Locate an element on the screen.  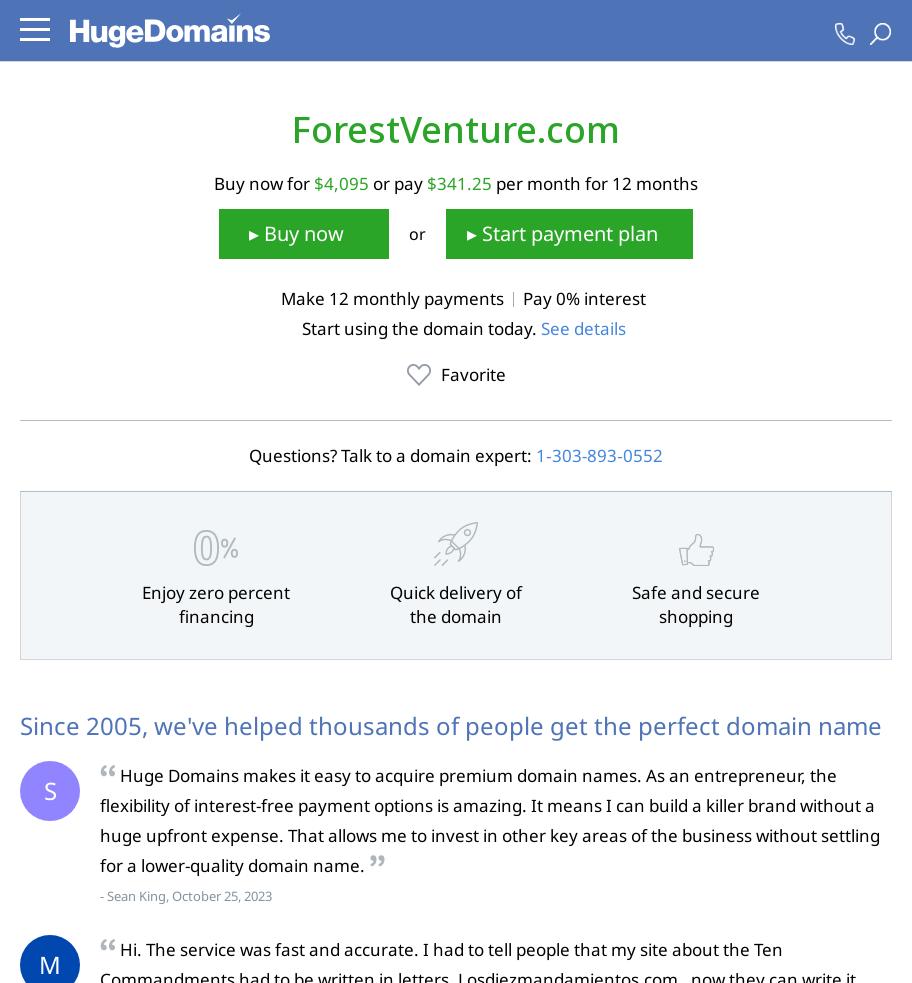
'Safe and secure shopping' is located at coordinates (632, 604).